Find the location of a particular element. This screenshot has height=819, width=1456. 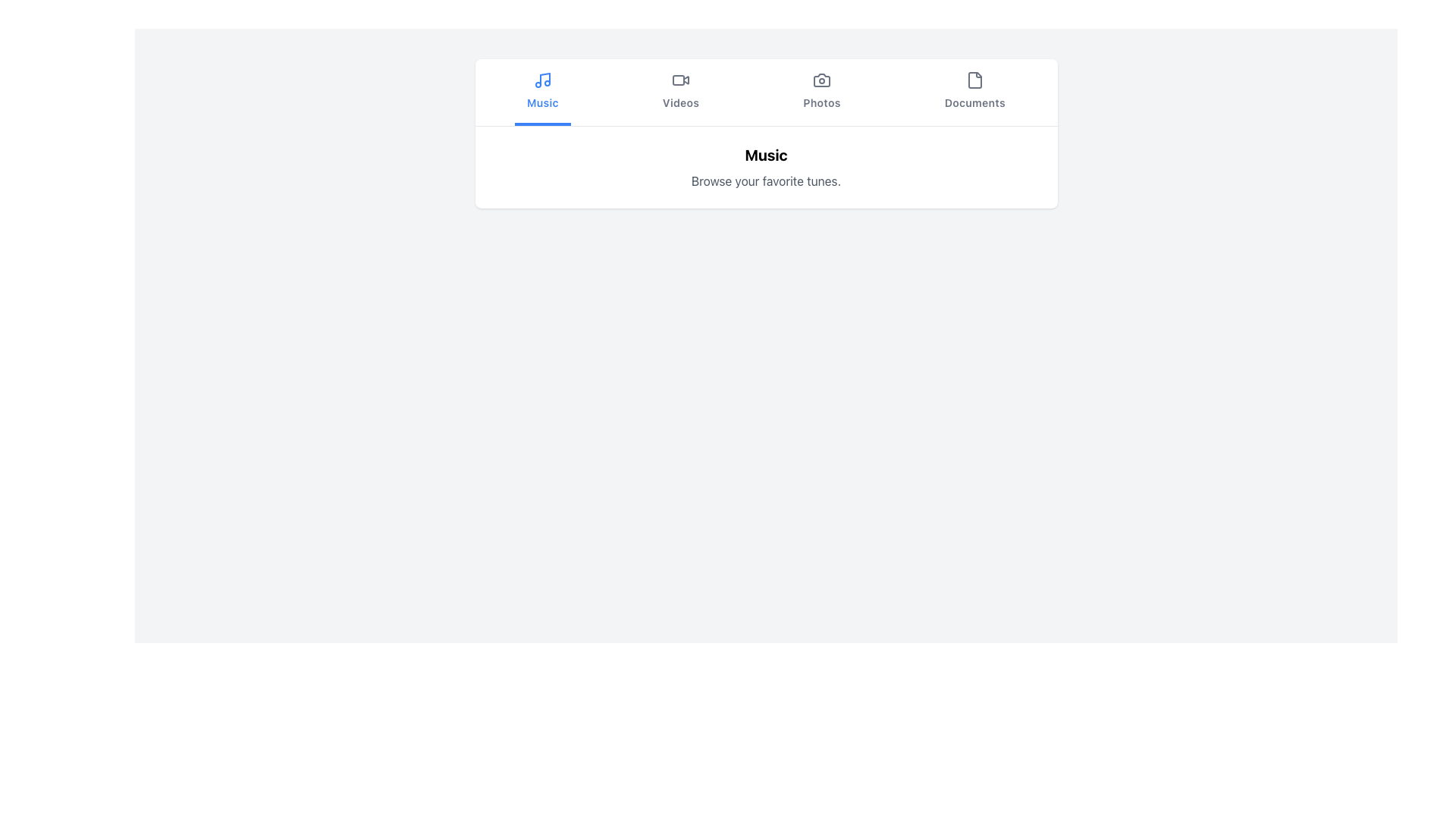

the play symbol icon located in the 'Videos' tab of the horizontal navigation bar is located at coordinates (686, 80).